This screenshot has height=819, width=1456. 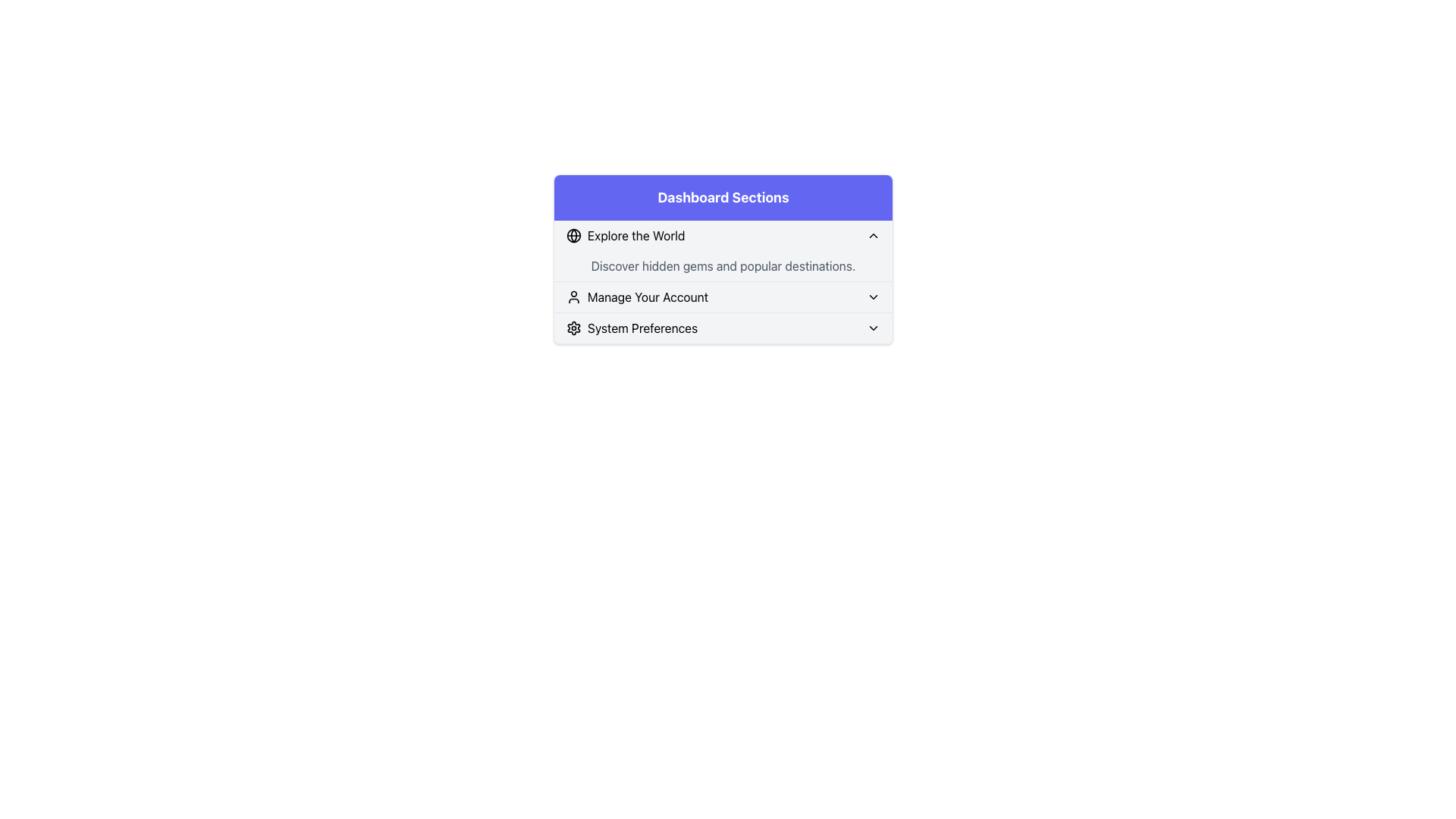 What do you see at coordinates (723, 197) in the screenshot?
I see `text of the Label Header indicating 'Dashboard Sections' located at the top of the panel` at bounding box center [723, 197].